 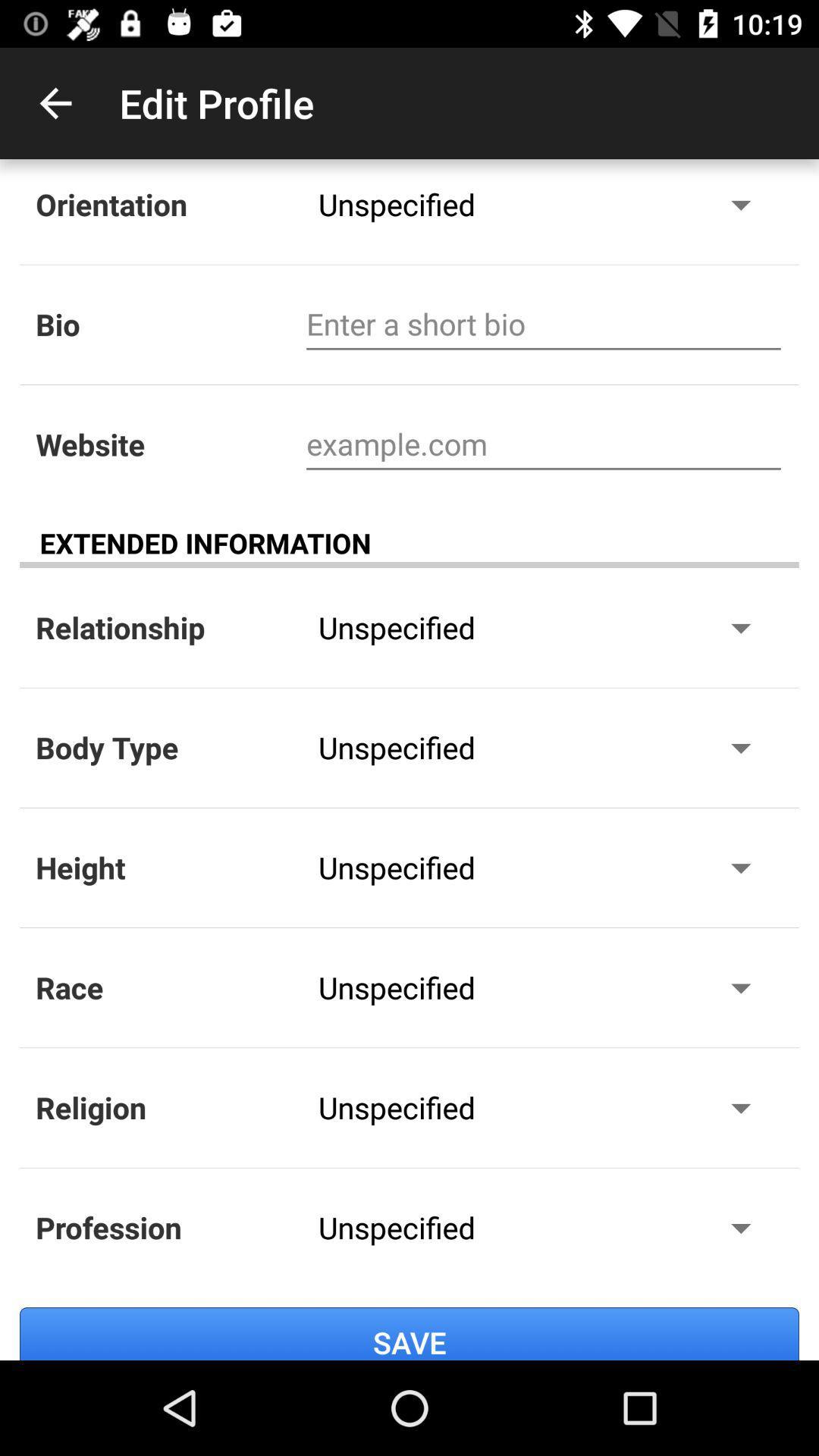 What do you see at coordinates (543, 324) in the screenshot?
I see `bio details` at bounding box center [543, 324].